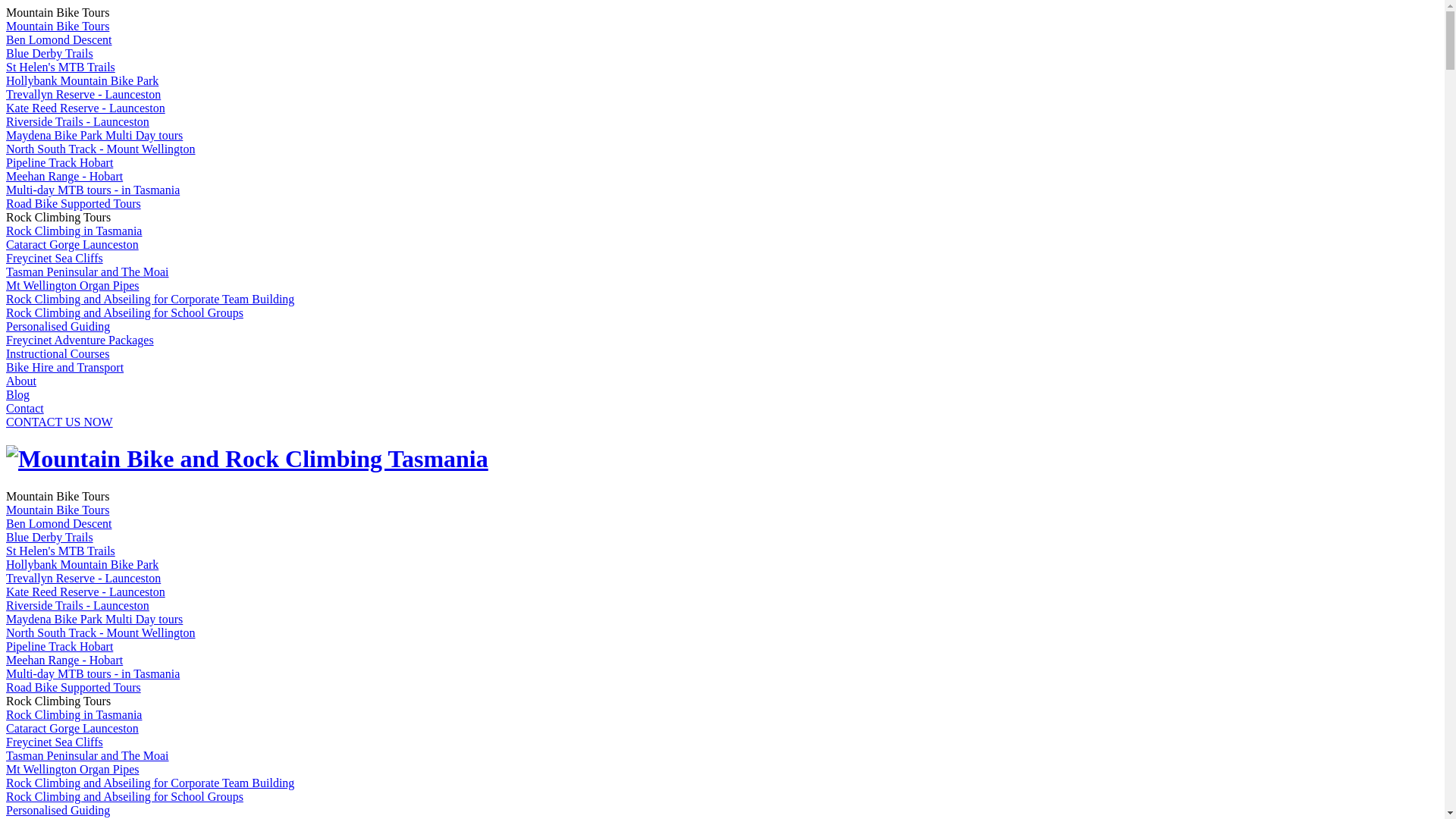 This screenshot has width=1456, height=819. I want to click on 'Cataract Gorge Launceston', so click(6, 727).